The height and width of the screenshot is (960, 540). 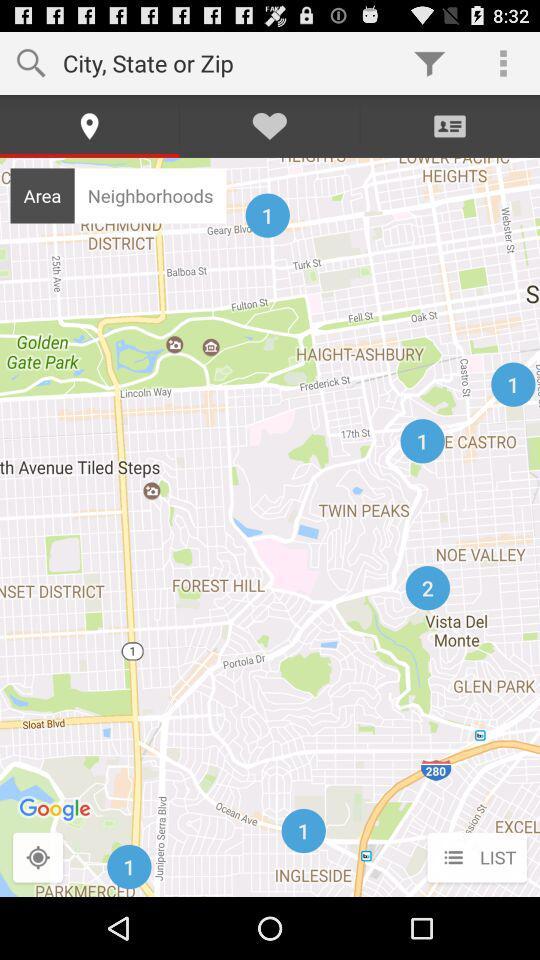 What do you see at coordinates (42, 195) in the screenshot?
I see `the icon to the left of neighborhoods icon` at bounding box center [42, 195].